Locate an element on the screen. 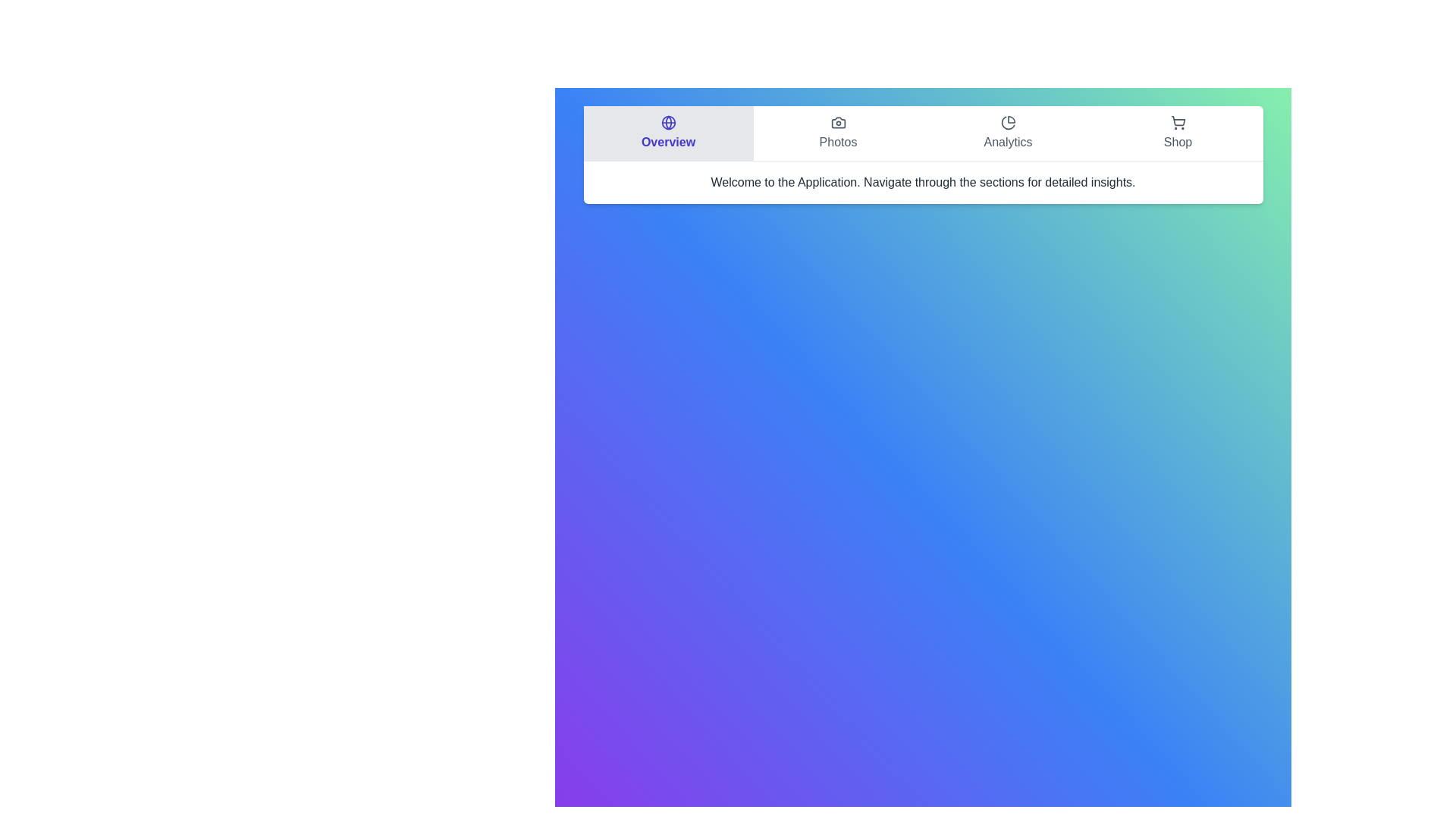 Image resolution: width=1456 pixels, height=819 pixels. the shopping cart icon located in the top-right section of the interface, next to the 'Analytics' section, which is part of the 'Shop' option in the navigation bar is located at coordinates (1177, 120).